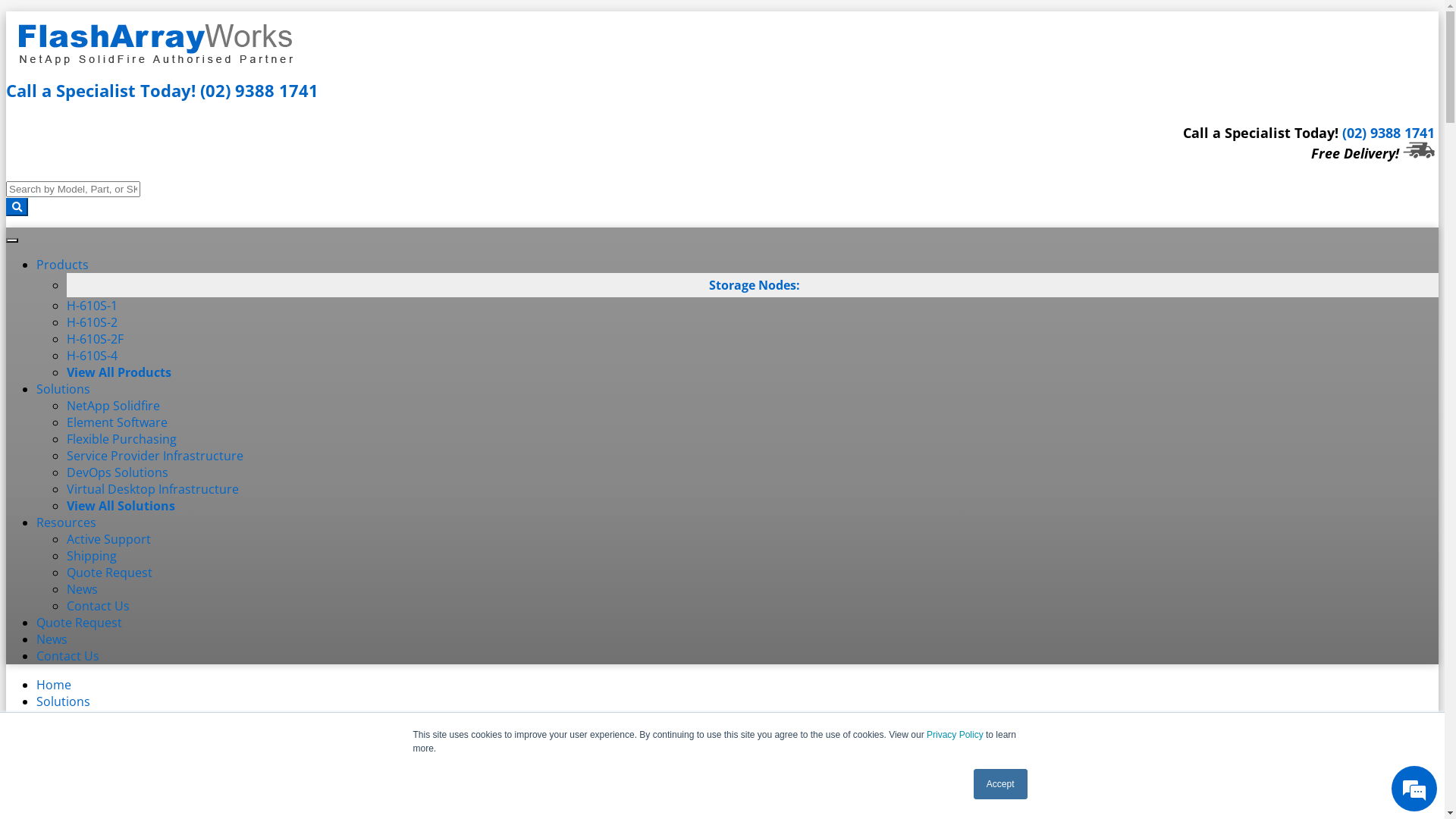 Image resolution: width=1456 pixels, height=819 pixels. What do you see at coordinates (1388, 131) in the screenshot?
I see `'(02) 9388 1741'` at bounding box center [1388, 131].